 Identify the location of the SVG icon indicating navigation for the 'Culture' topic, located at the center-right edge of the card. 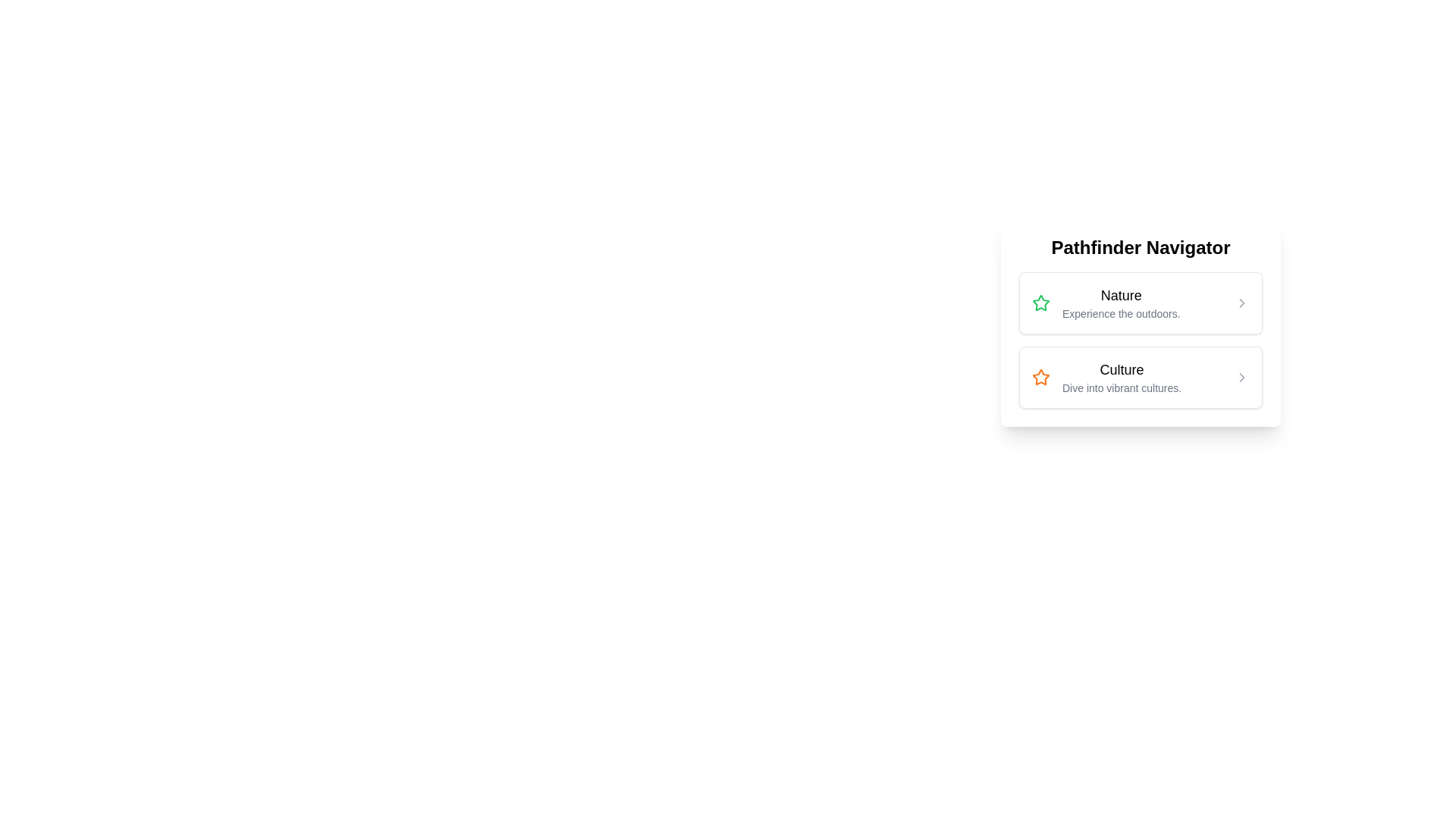
(1241, 376).